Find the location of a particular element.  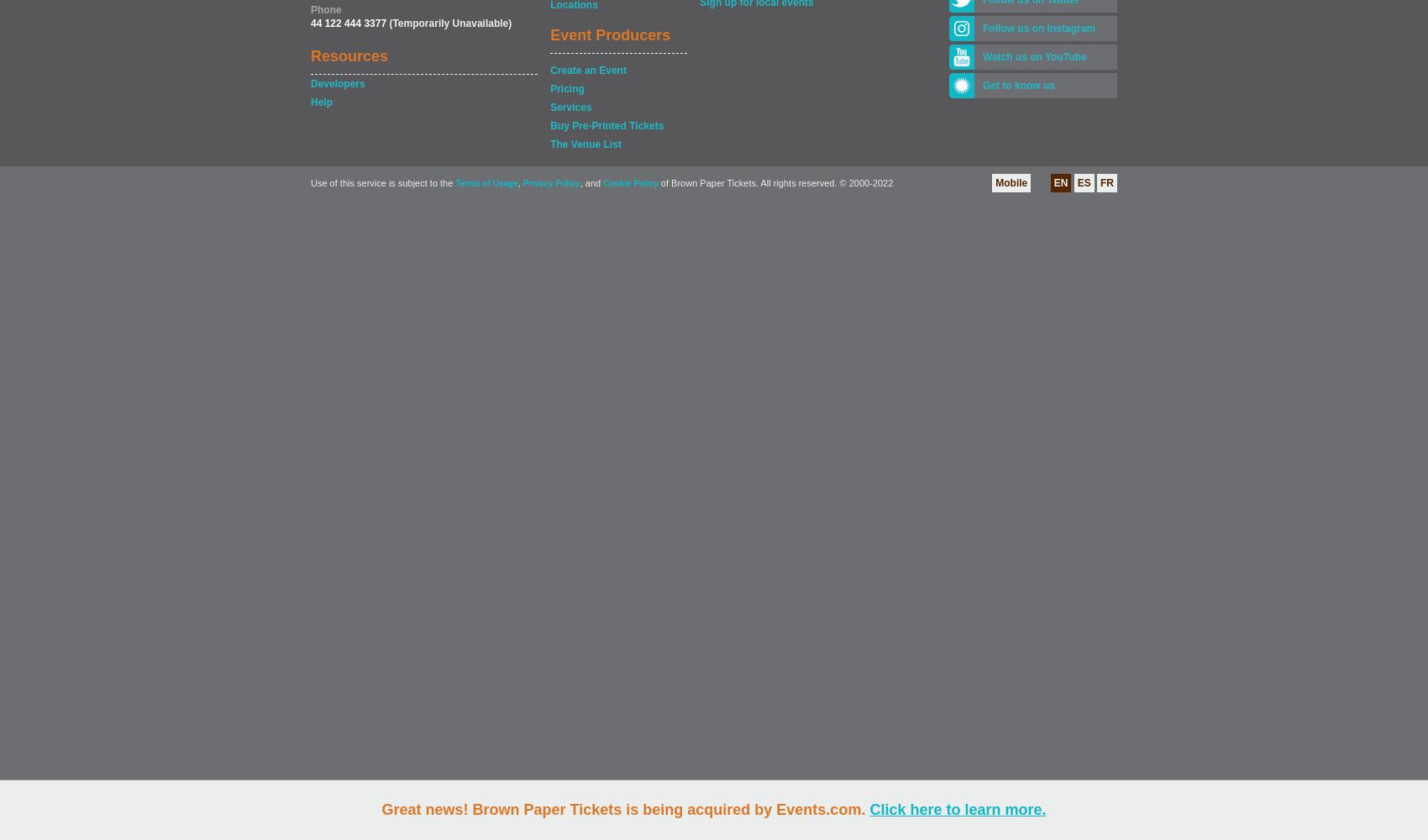

'Privacy Policy' is located at coordinates (551, 182).